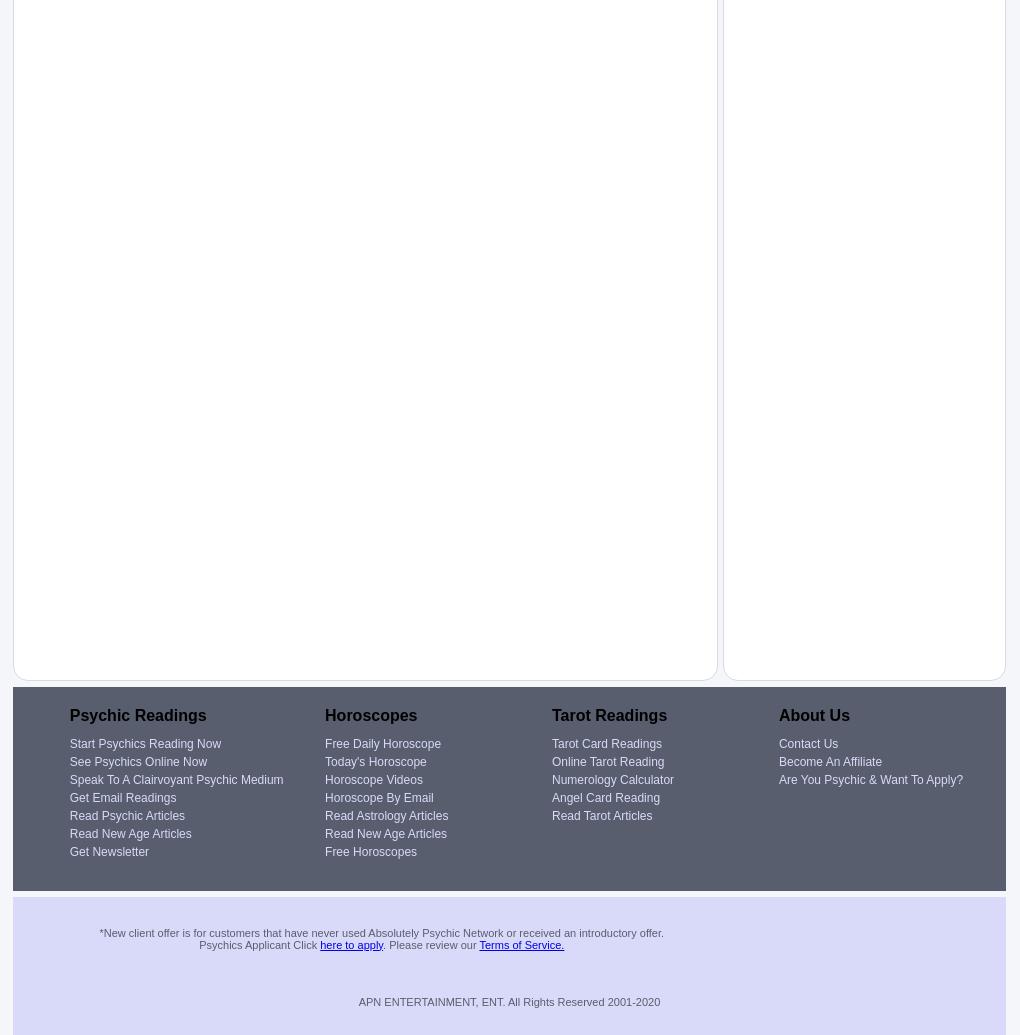 The image size is (1020, 1035). What do you see at coordinates (607, 760) in the screenshot?
I see `'Online Tarot Reading'` at bounding box center [607, 760].